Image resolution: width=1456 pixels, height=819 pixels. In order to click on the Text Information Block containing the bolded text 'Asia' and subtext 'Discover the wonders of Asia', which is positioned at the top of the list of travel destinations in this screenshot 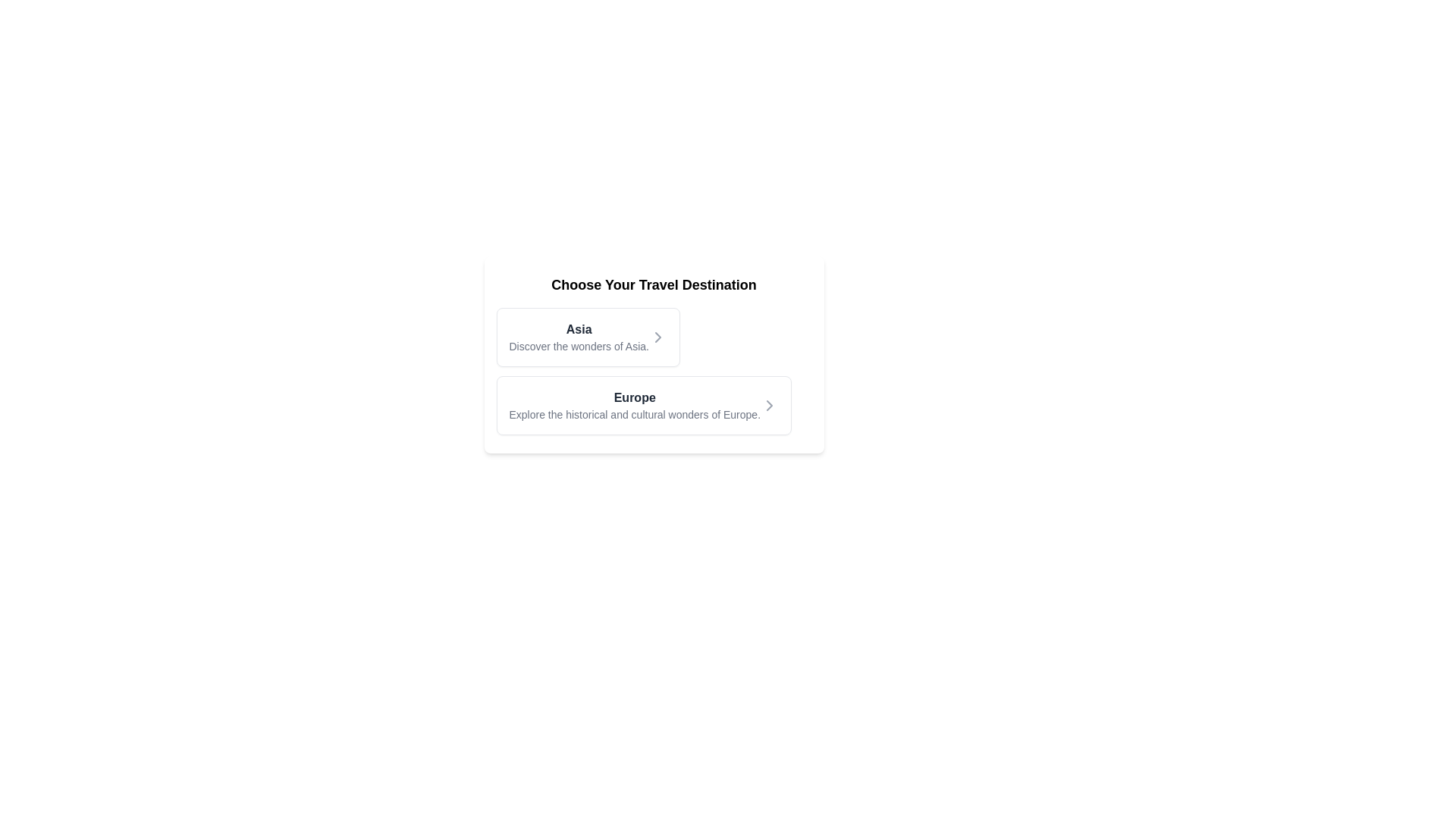, I will do `click(578, 336)`.